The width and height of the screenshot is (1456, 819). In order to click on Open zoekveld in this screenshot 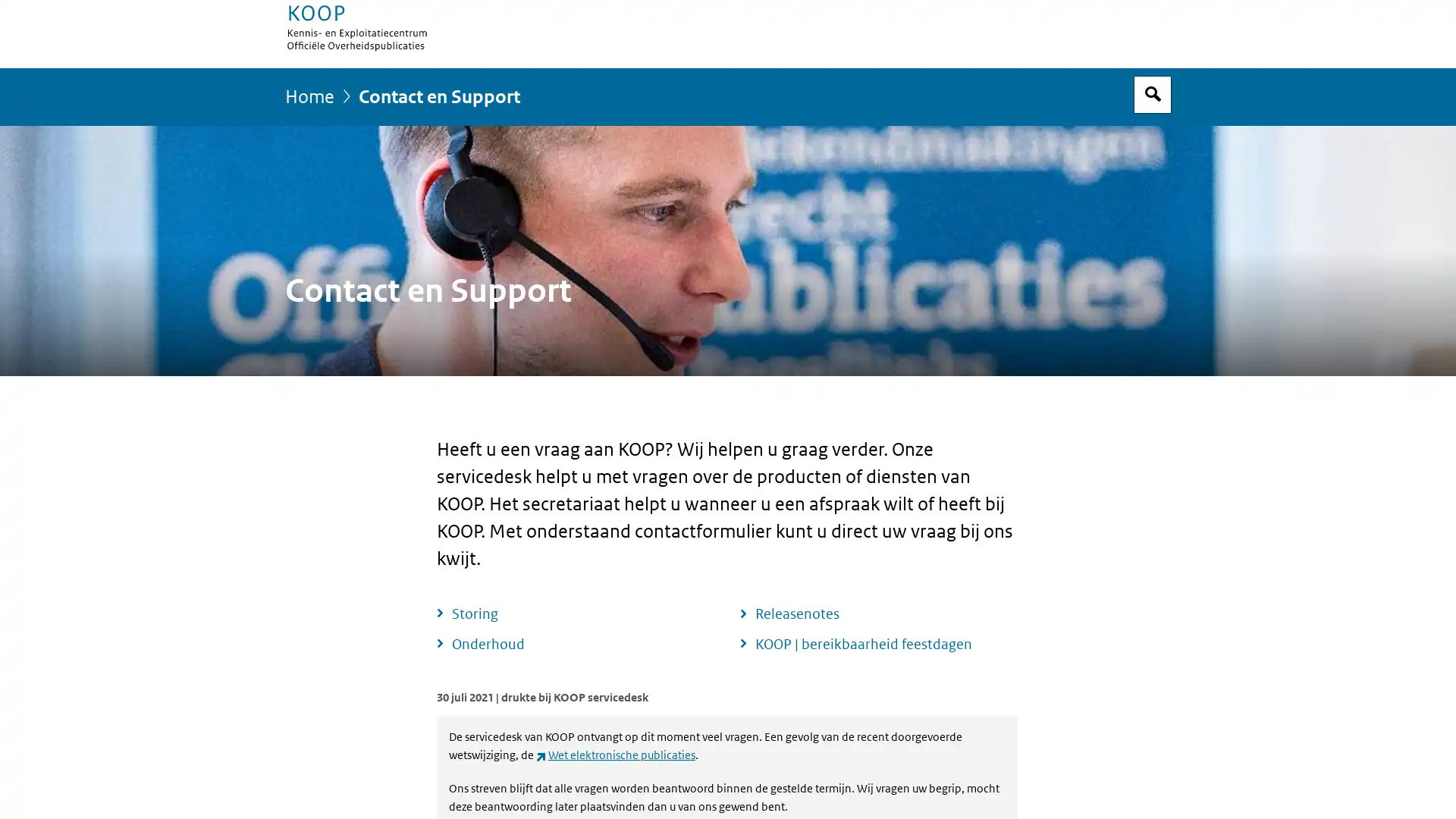, I will do `click(1153, 94)`.